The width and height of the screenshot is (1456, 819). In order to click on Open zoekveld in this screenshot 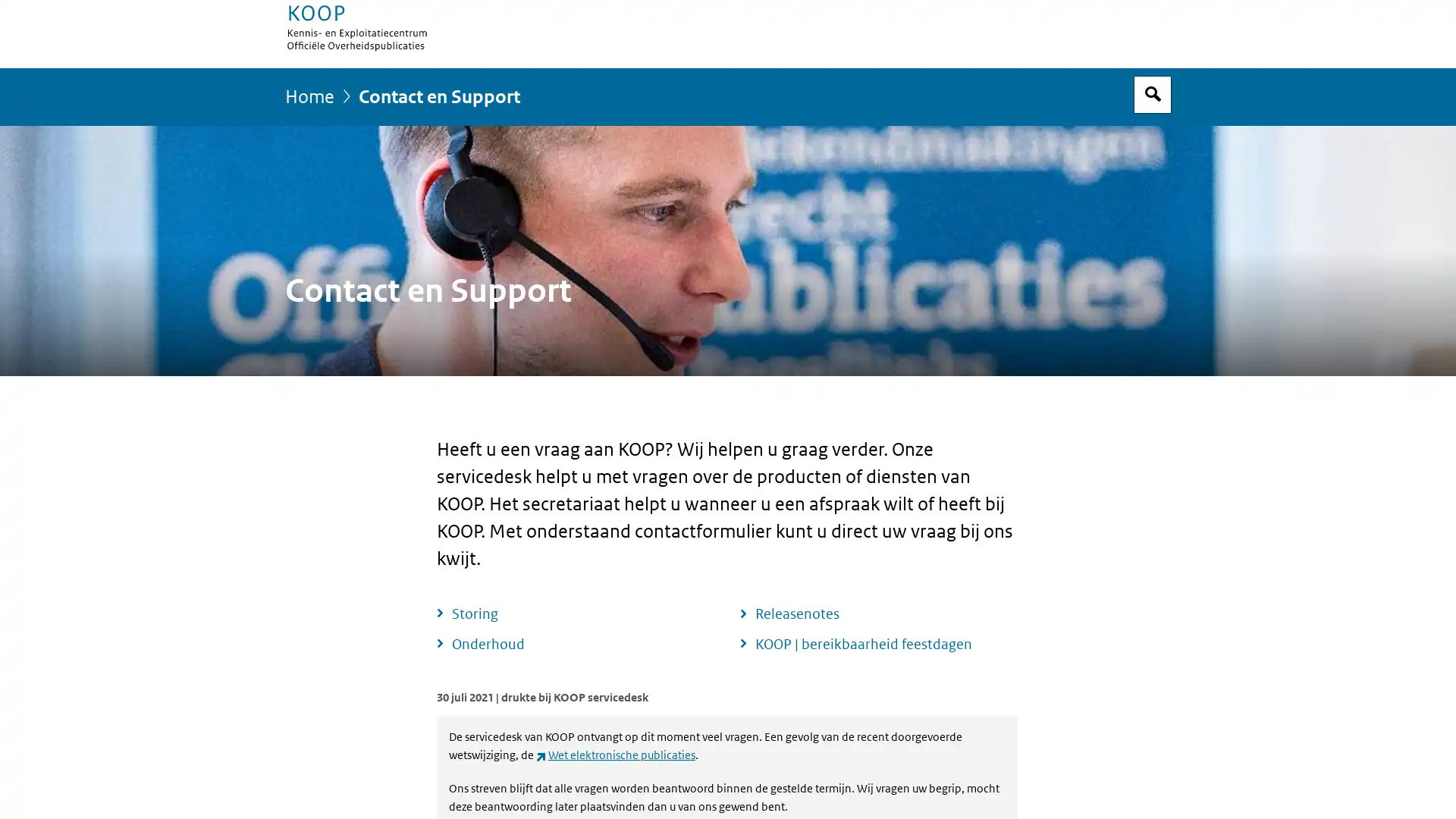, I will do `click(1153, 94)`.